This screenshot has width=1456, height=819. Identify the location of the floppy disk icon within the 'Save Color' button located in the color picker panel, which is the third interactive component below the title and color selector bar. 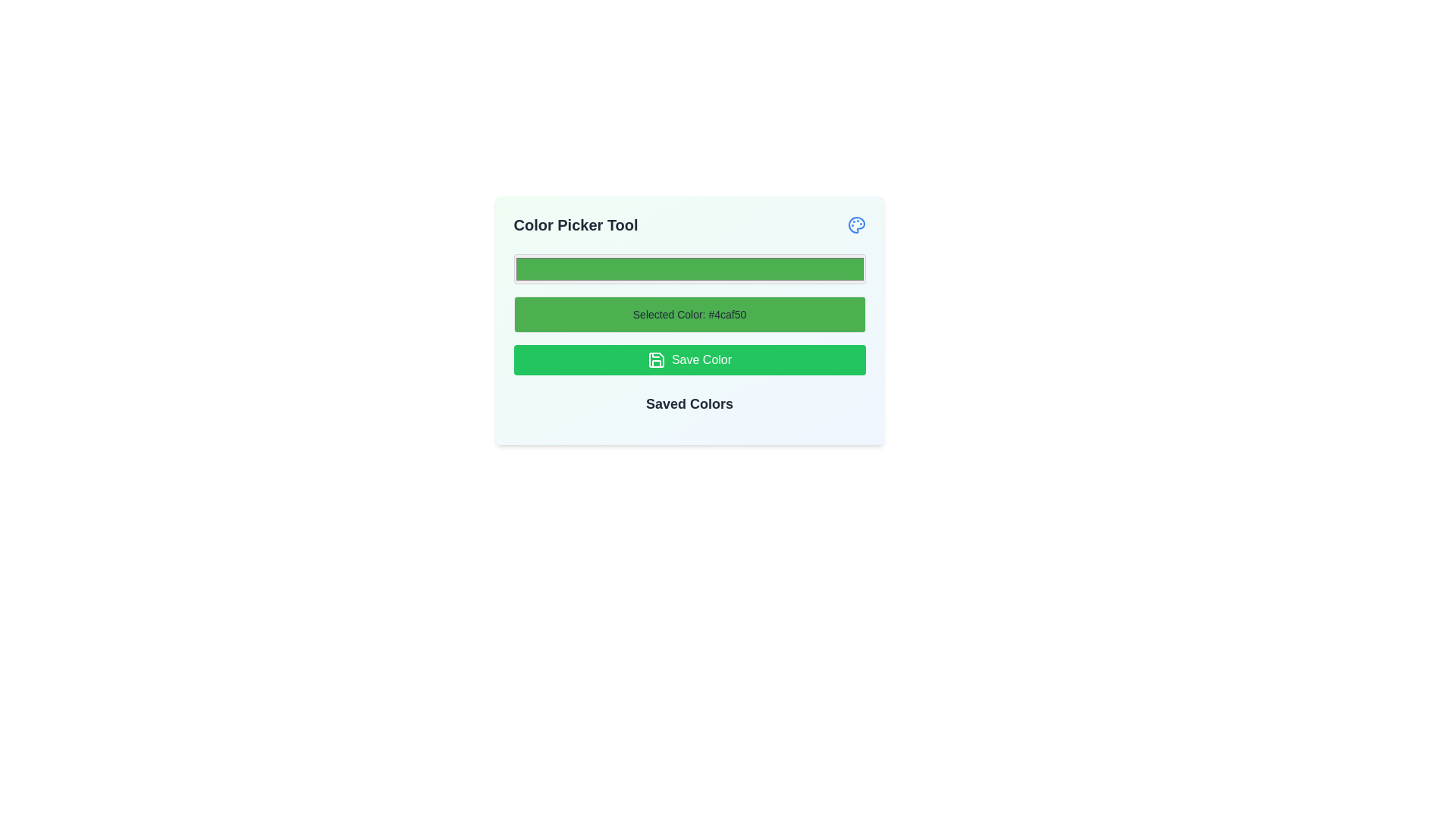
(656, 359).